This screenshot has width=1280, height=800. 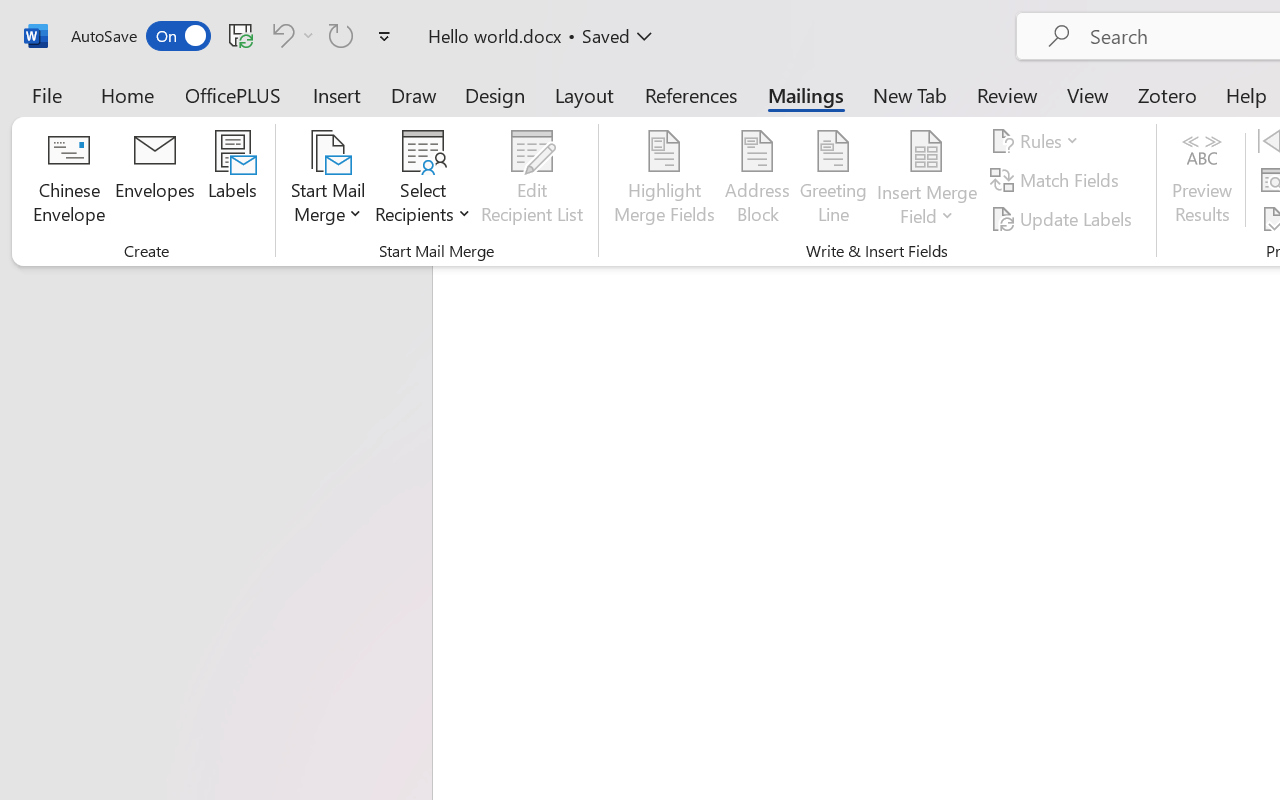 I want to click on 'Insert', so click(x=337, y=94).